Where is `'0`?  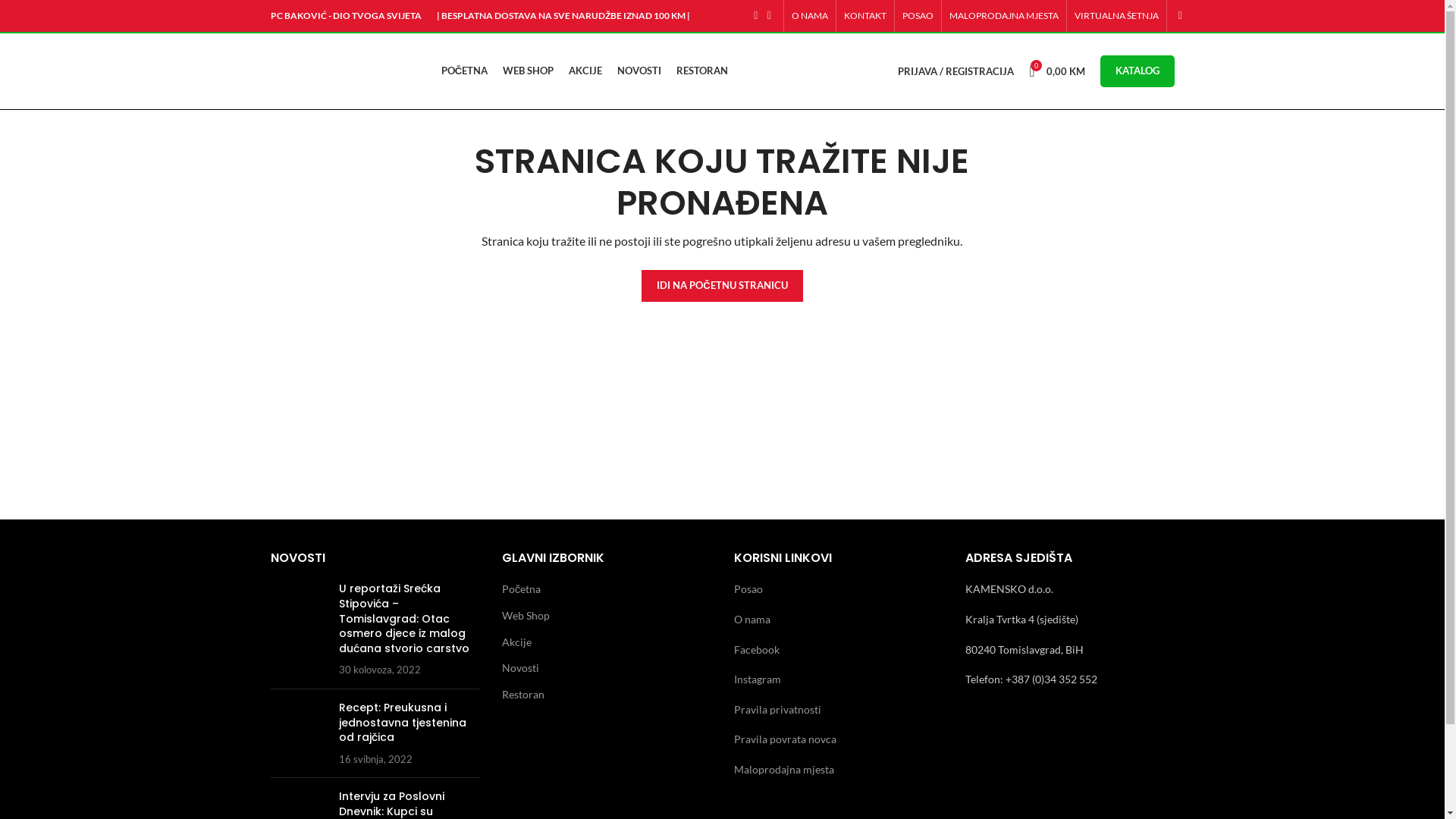 '0 is located at coordinates (1056, 71).